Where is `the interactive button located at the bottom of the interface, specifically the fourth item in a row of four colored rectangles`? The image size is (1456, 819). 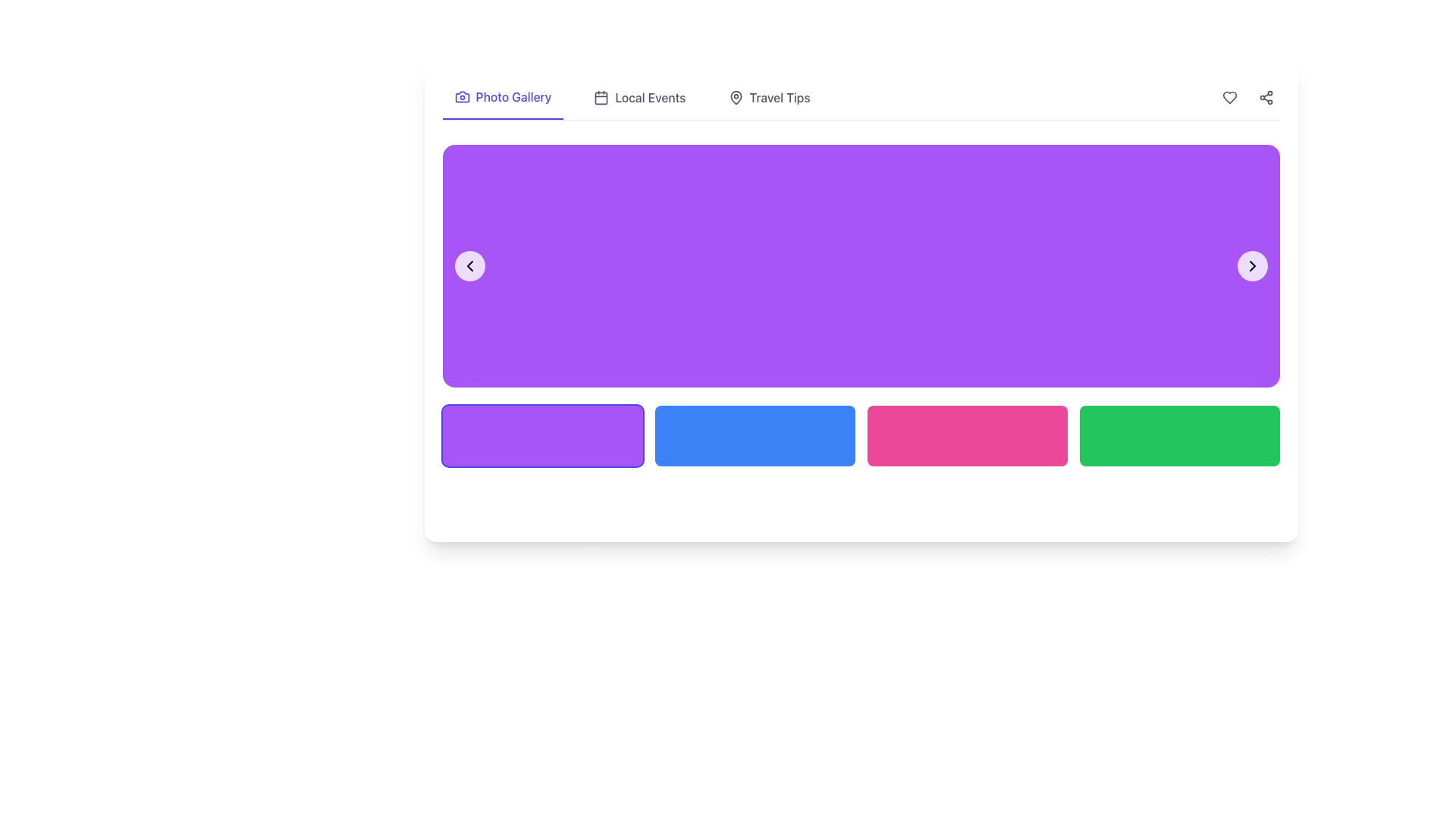 the interactive button located at the bottom of the interface, specifically the fourth item in a row of four colored rectangles is located at coordinates (1178, 435).